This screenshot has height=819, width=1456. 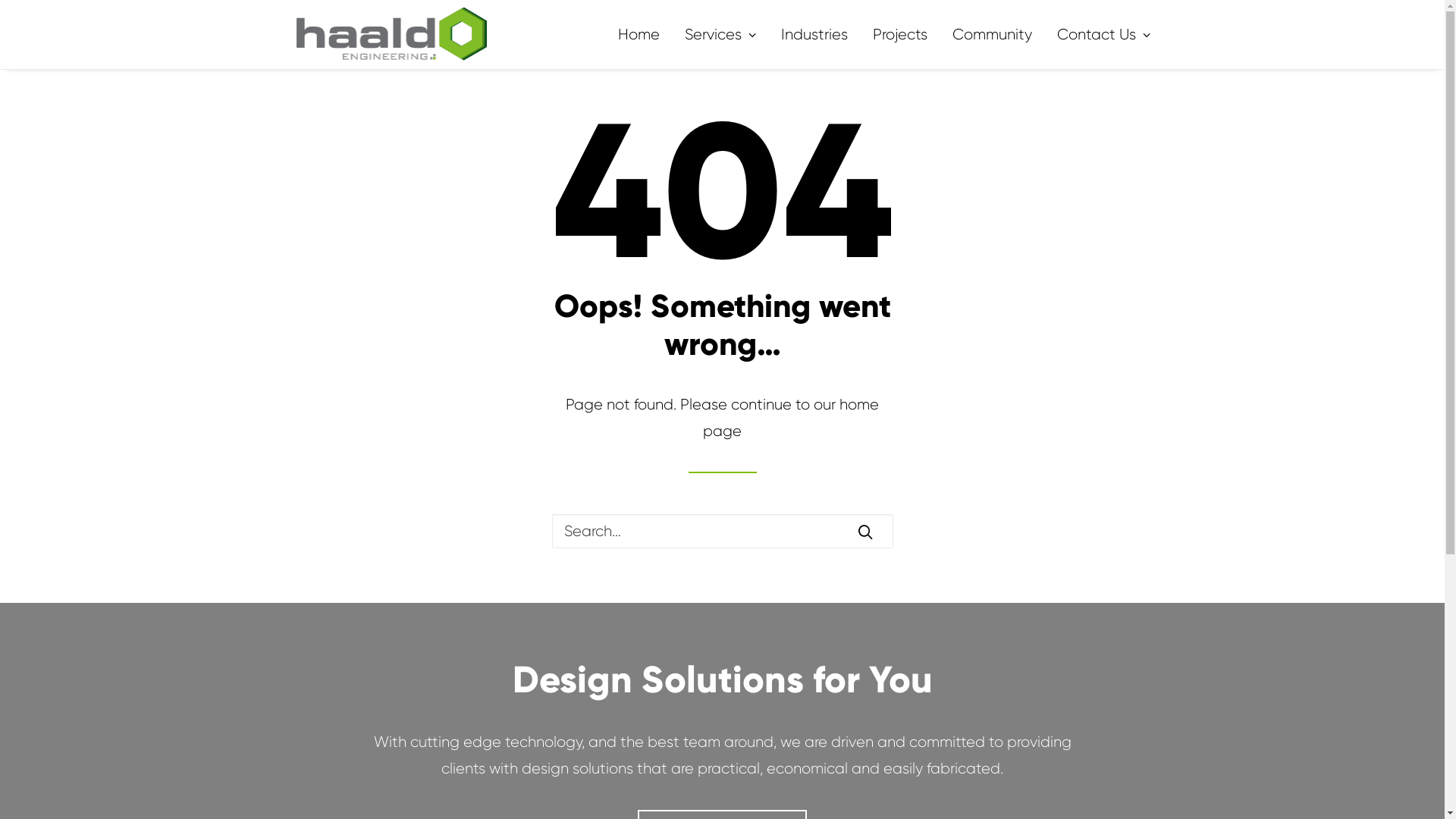 What do you see at coordinates (992, 34) in the screenshot?
I see `'Community'` at bounding box center [992, 34].